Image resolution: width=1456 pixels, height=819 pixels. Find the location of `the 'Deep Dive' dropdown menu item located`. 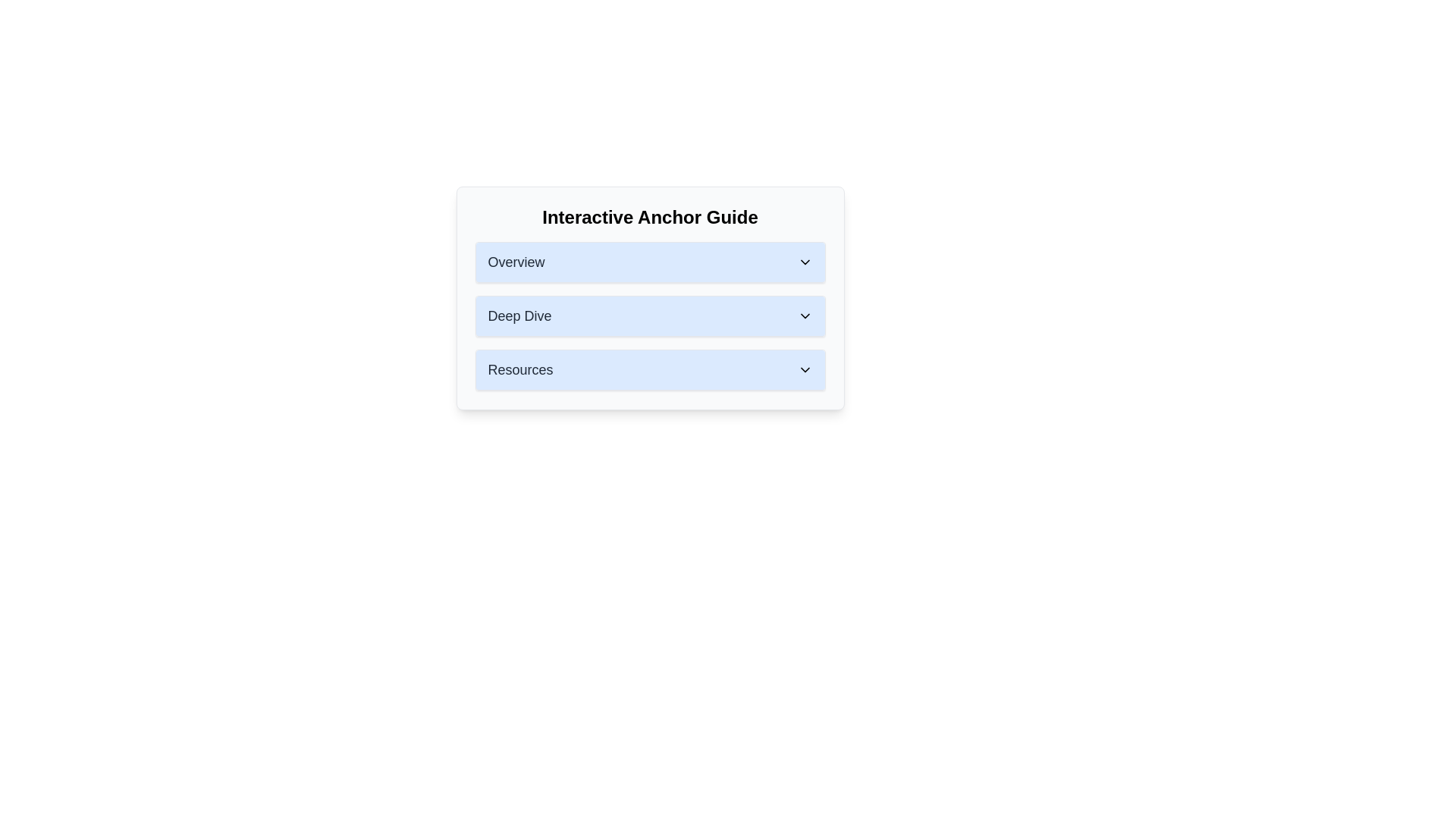

the 'Deep Dive' dropdown menu item located is located at coordinates (650, 315).